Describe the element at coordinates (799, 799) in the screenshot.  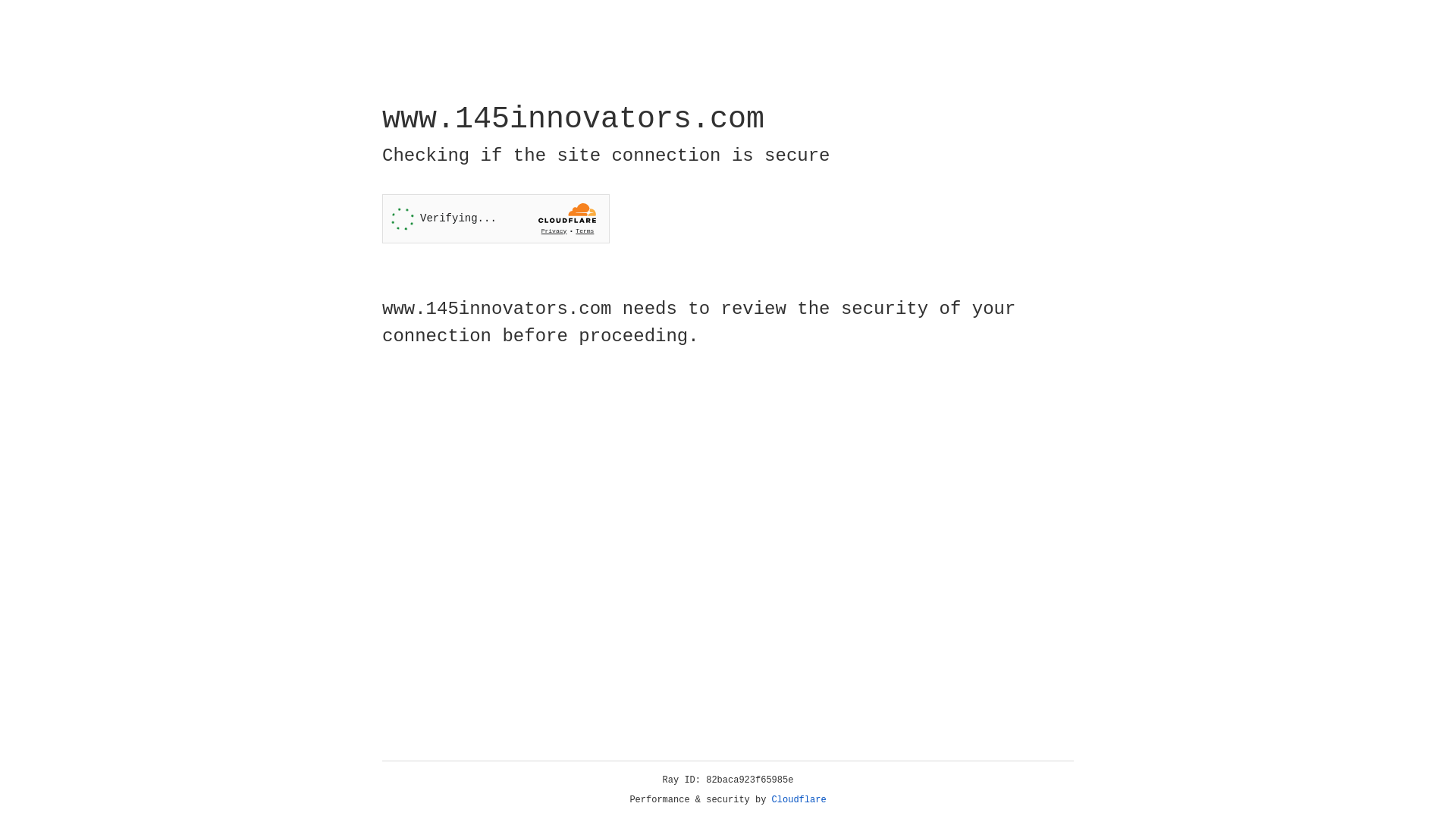
I see `'Cloudflare'` at that location.